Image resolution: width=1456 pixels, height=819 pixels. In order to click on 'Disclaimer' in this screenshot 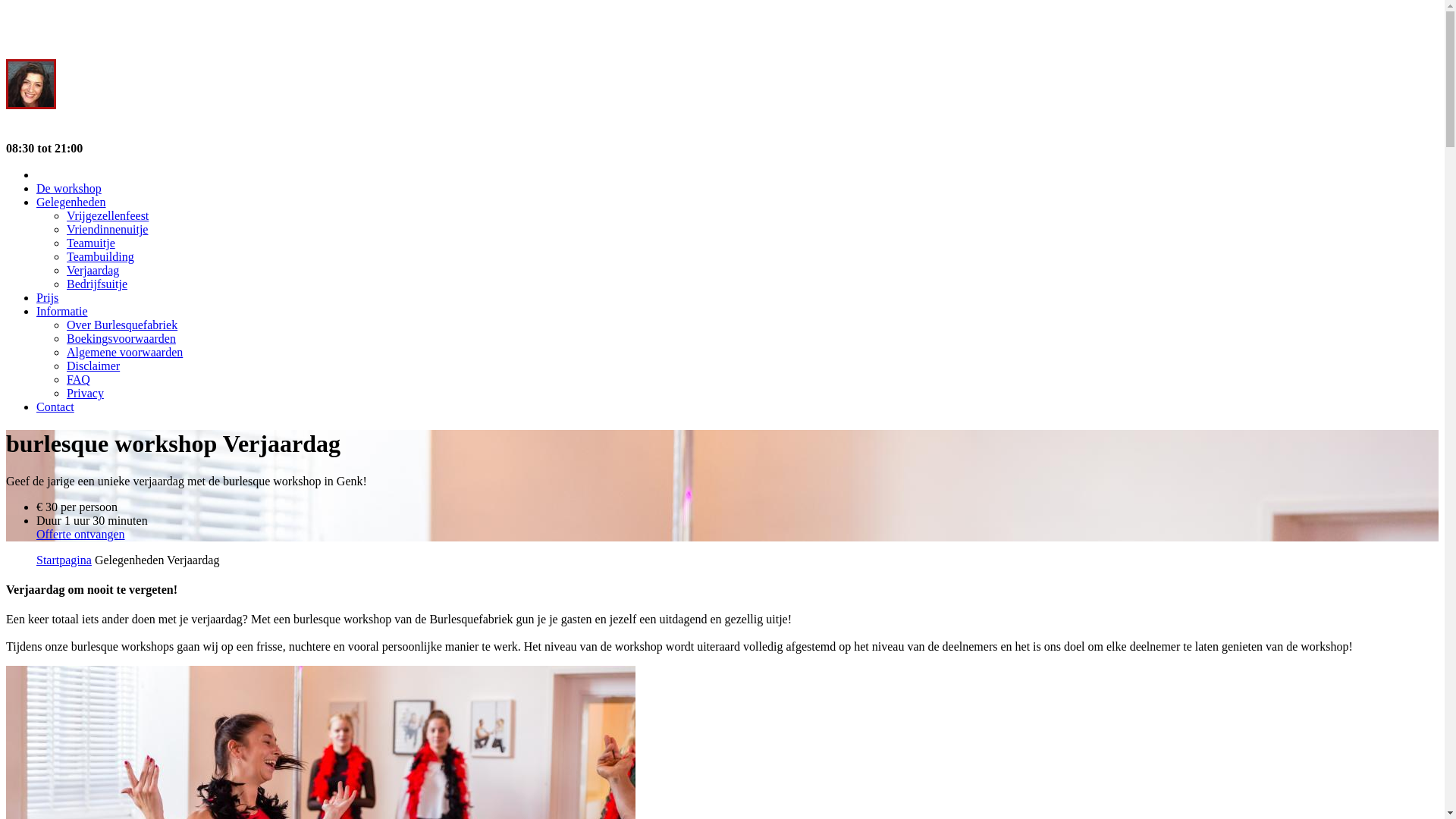, I will do `click(93, 366)`.